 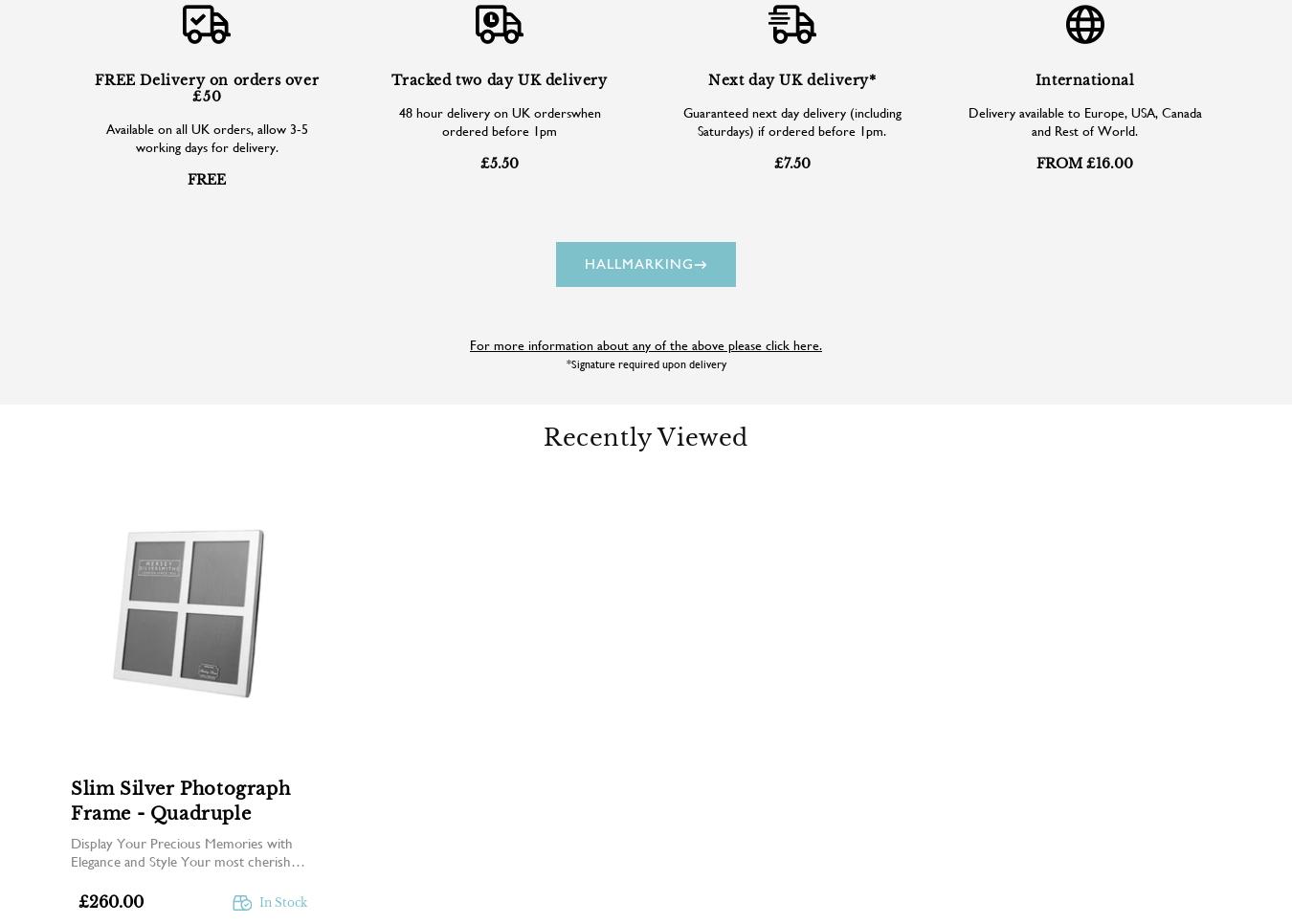 I want to click on '48 hour delivery on UK orderswhen ordered before 1pm', so click(x=498, y=121).